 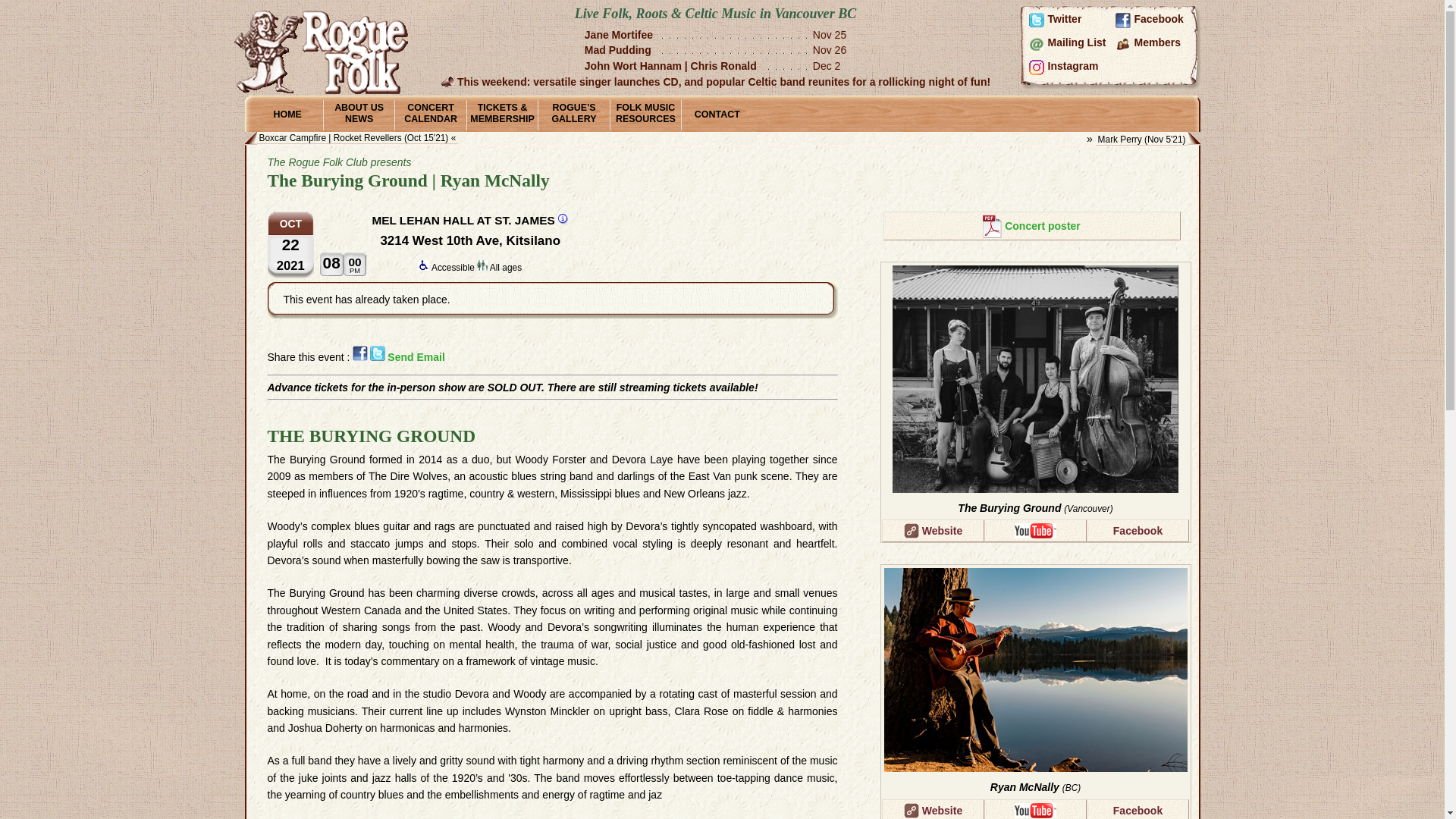 What do you see at coordinates (1031, 225) in the screenshot?
I see `'Concert poster'` at bounding box center [1031, 225].